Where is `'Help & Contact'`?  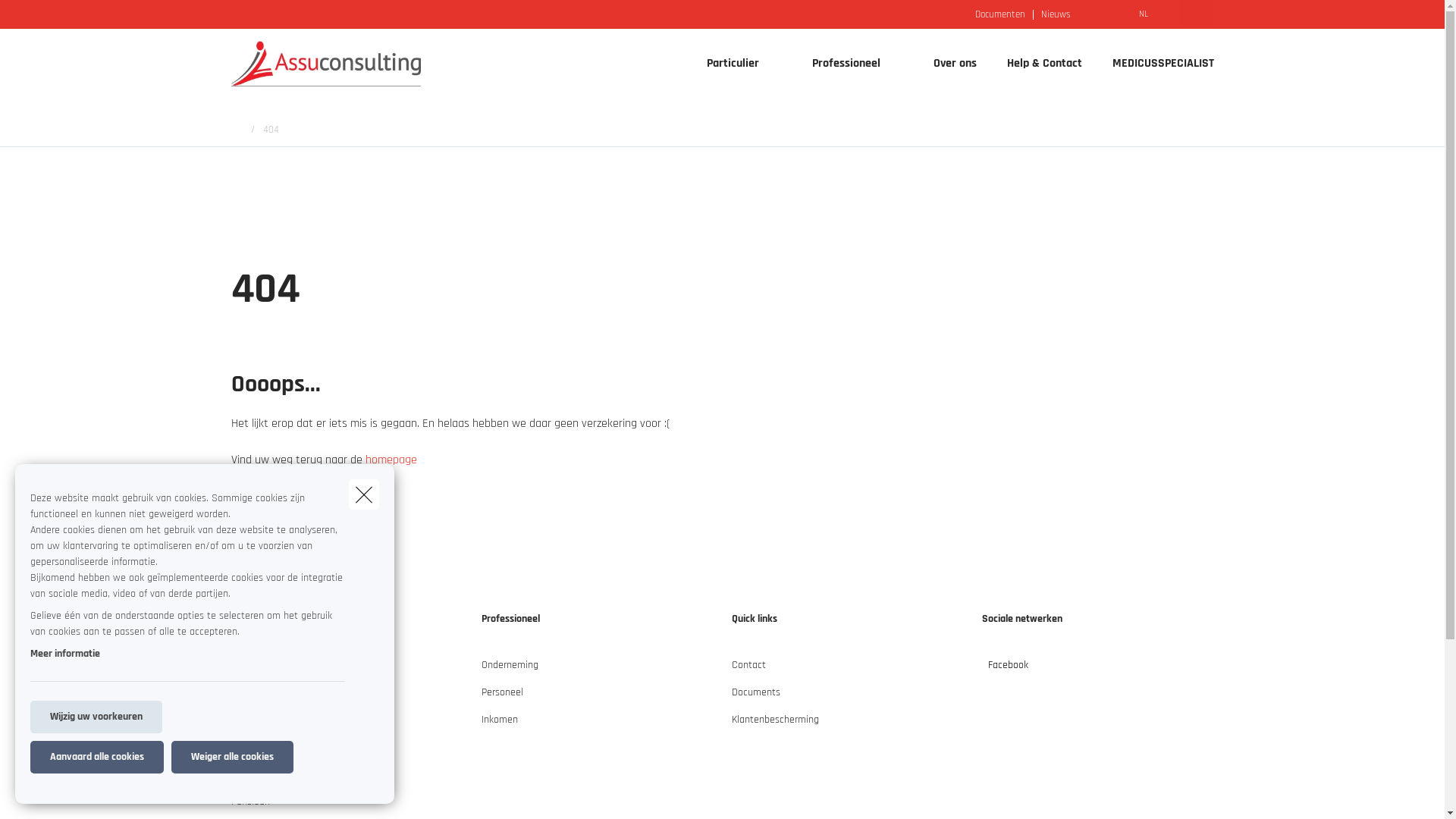
'Help & Contact' is located at coordinates (1043, 63).